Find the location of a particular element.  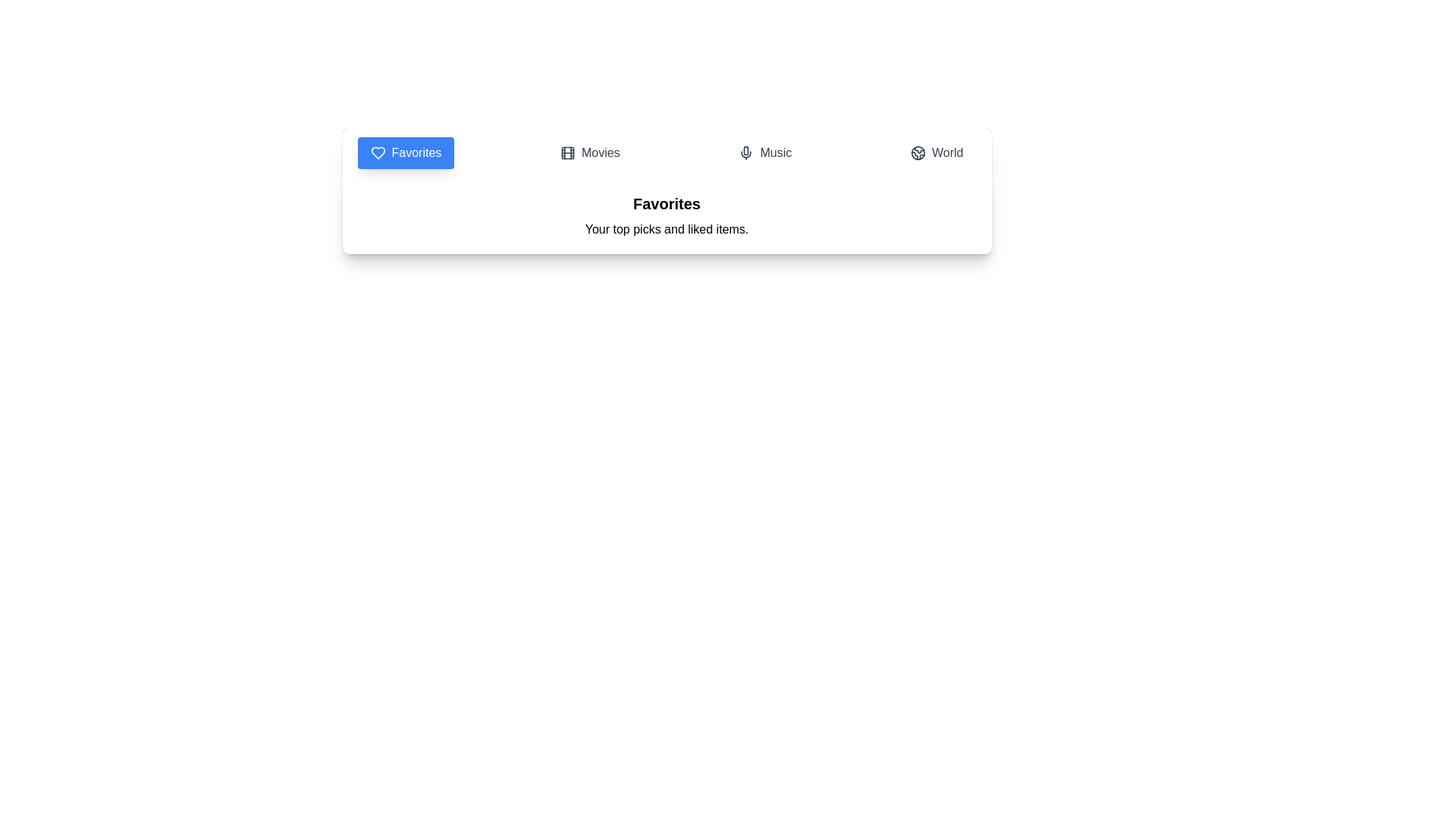

the tab labeled Favorites to select it is located at coordinates (406, 152).